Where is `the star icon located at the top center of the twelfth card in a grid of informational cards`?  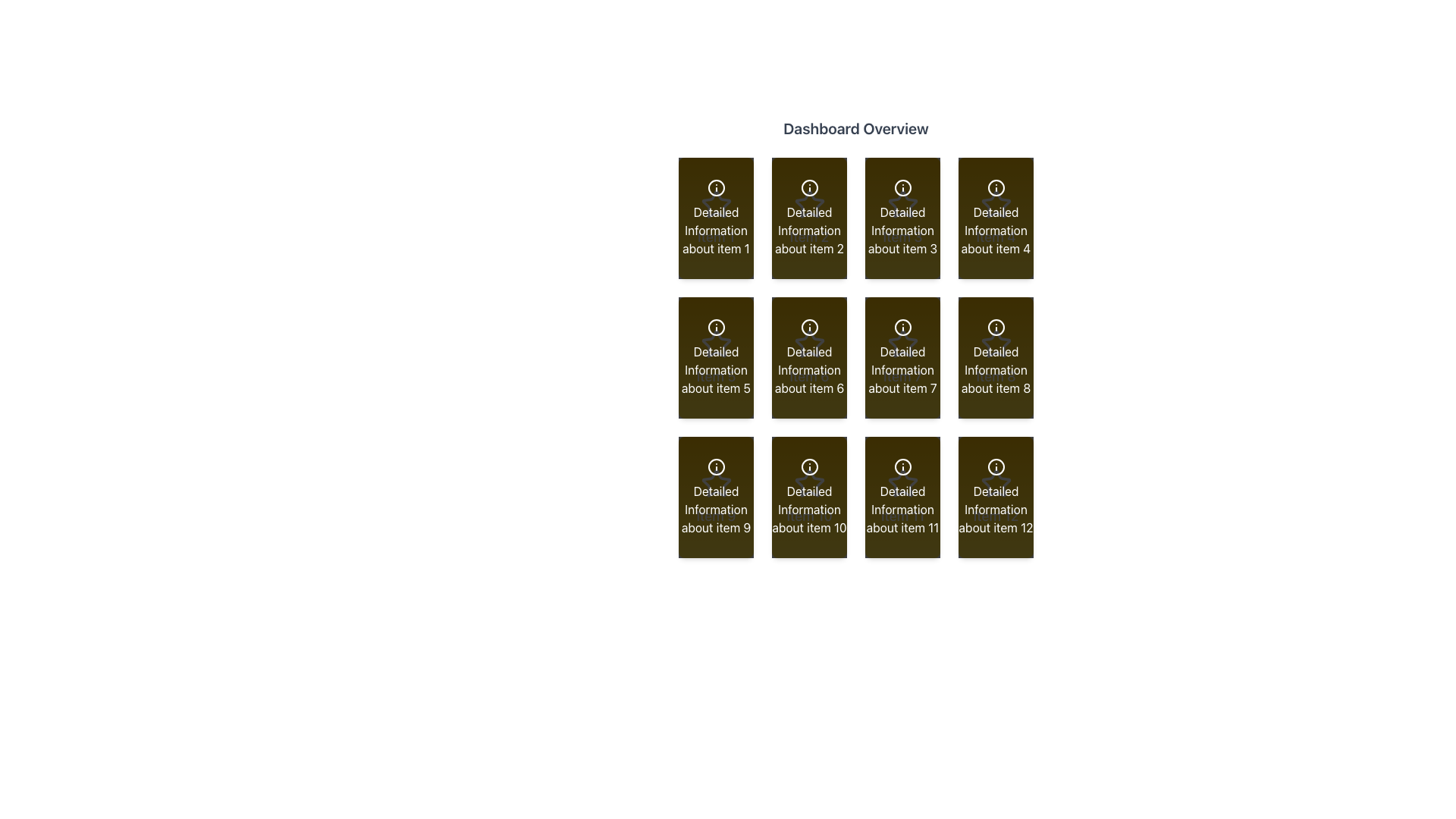
the star icon located at the top center of the twelfth card in a grid of informational cards is located at coordinates (996, 483).